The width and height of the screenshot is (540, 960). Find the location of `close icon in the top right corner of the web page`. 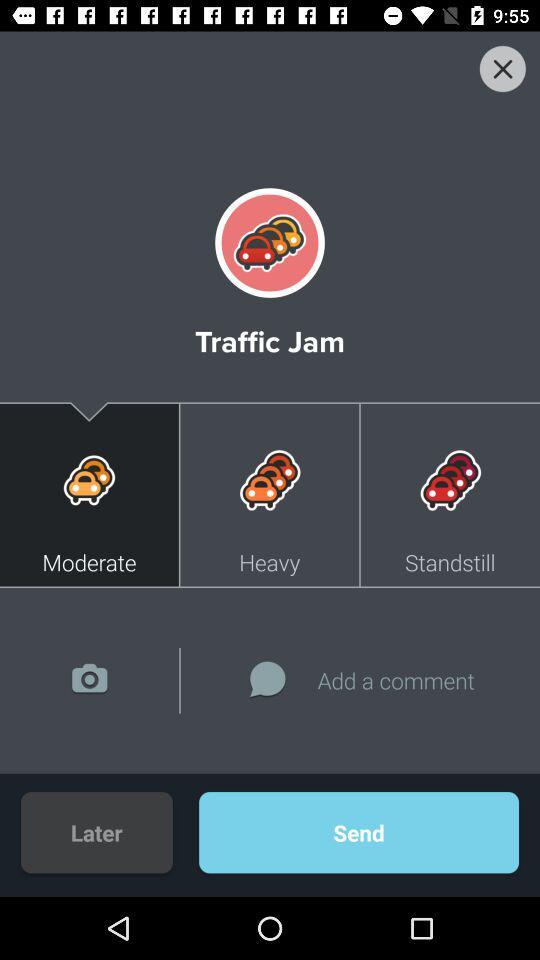

close icon in the top right corner of the web page is located at coordinates (501, 69).